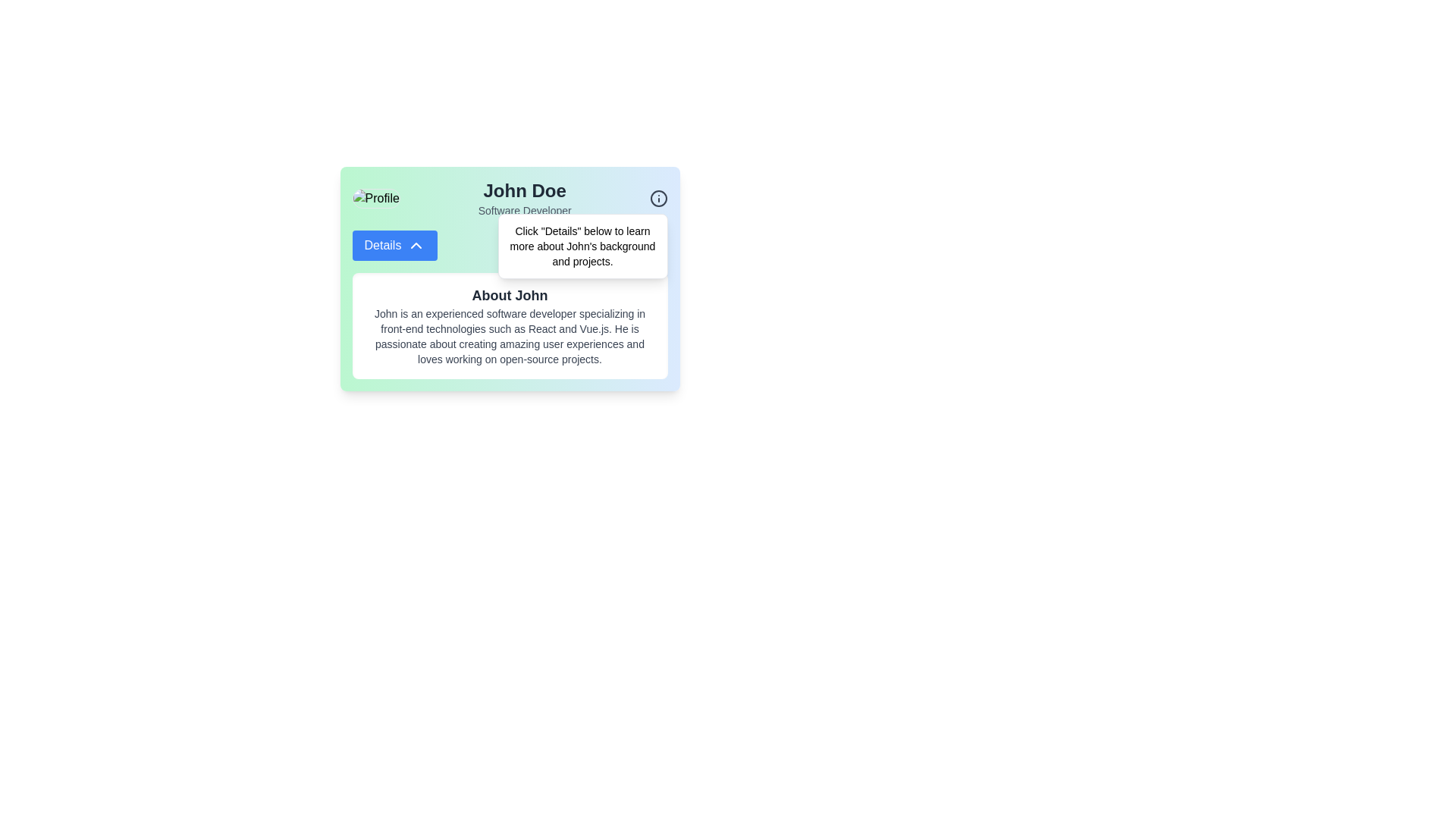 The width and height of the screenshot is (1456, 819). I want to click on the text heading that serves as a title for the informational section about John, positioned below the 'Details' button and above the descriptive paragraph, so click(510, 295).